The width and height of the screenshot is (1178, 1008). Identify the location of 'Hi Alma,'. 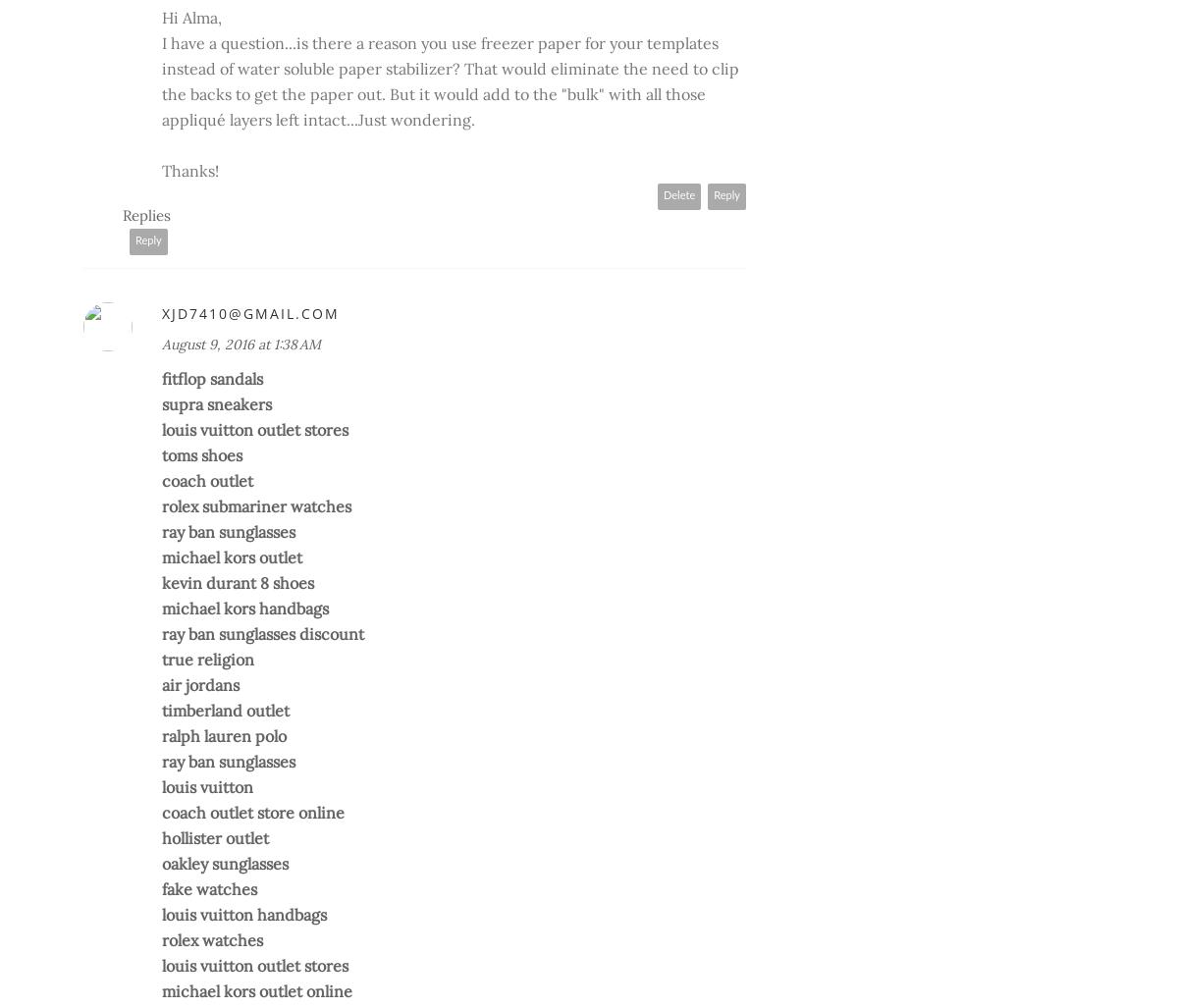
(190, 17).